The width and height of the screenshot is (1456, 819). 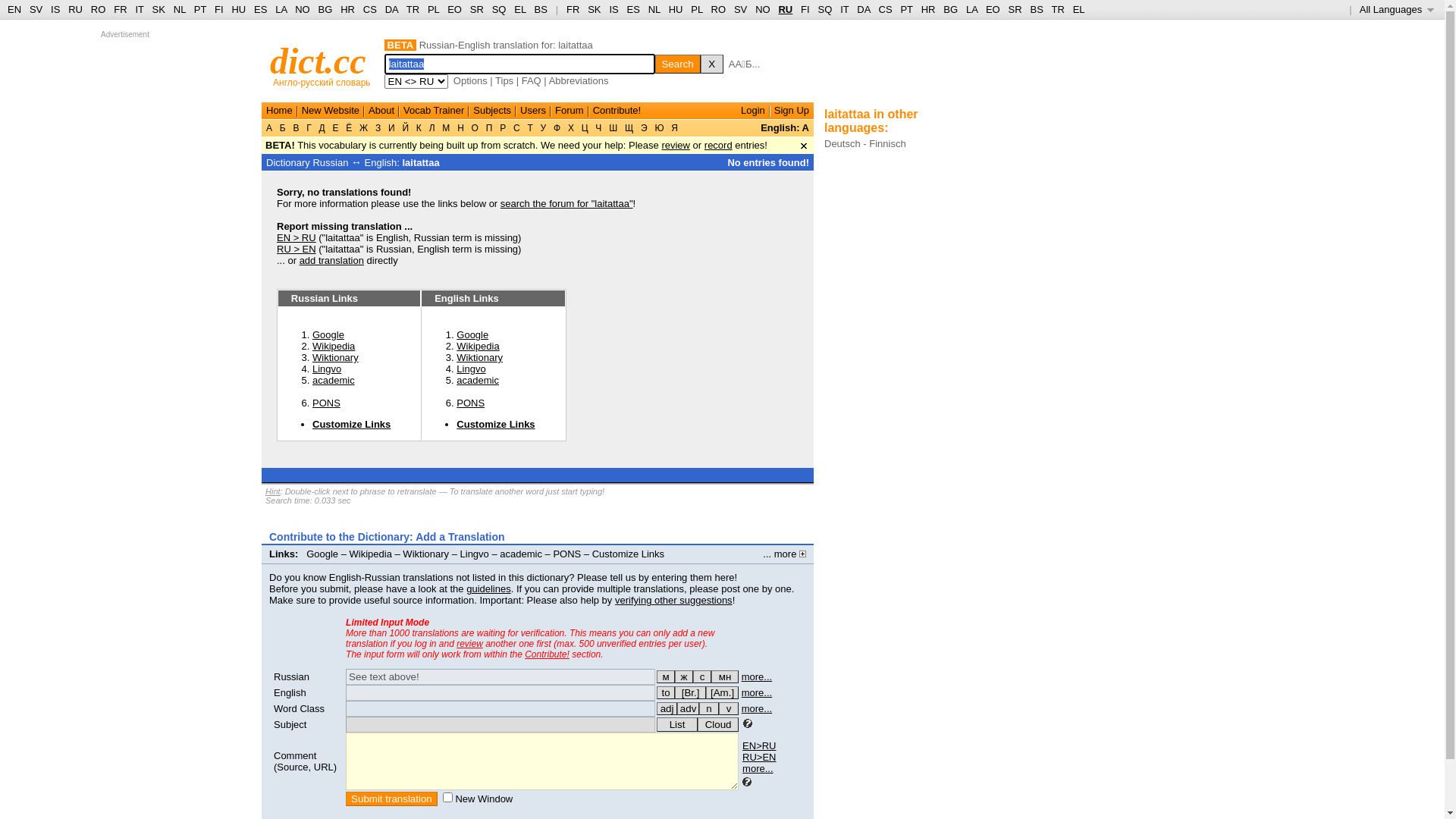 What do you see at coordinates (884, 9) in the screenshot?
I see `'CS'` at bounding box center [884, 9].